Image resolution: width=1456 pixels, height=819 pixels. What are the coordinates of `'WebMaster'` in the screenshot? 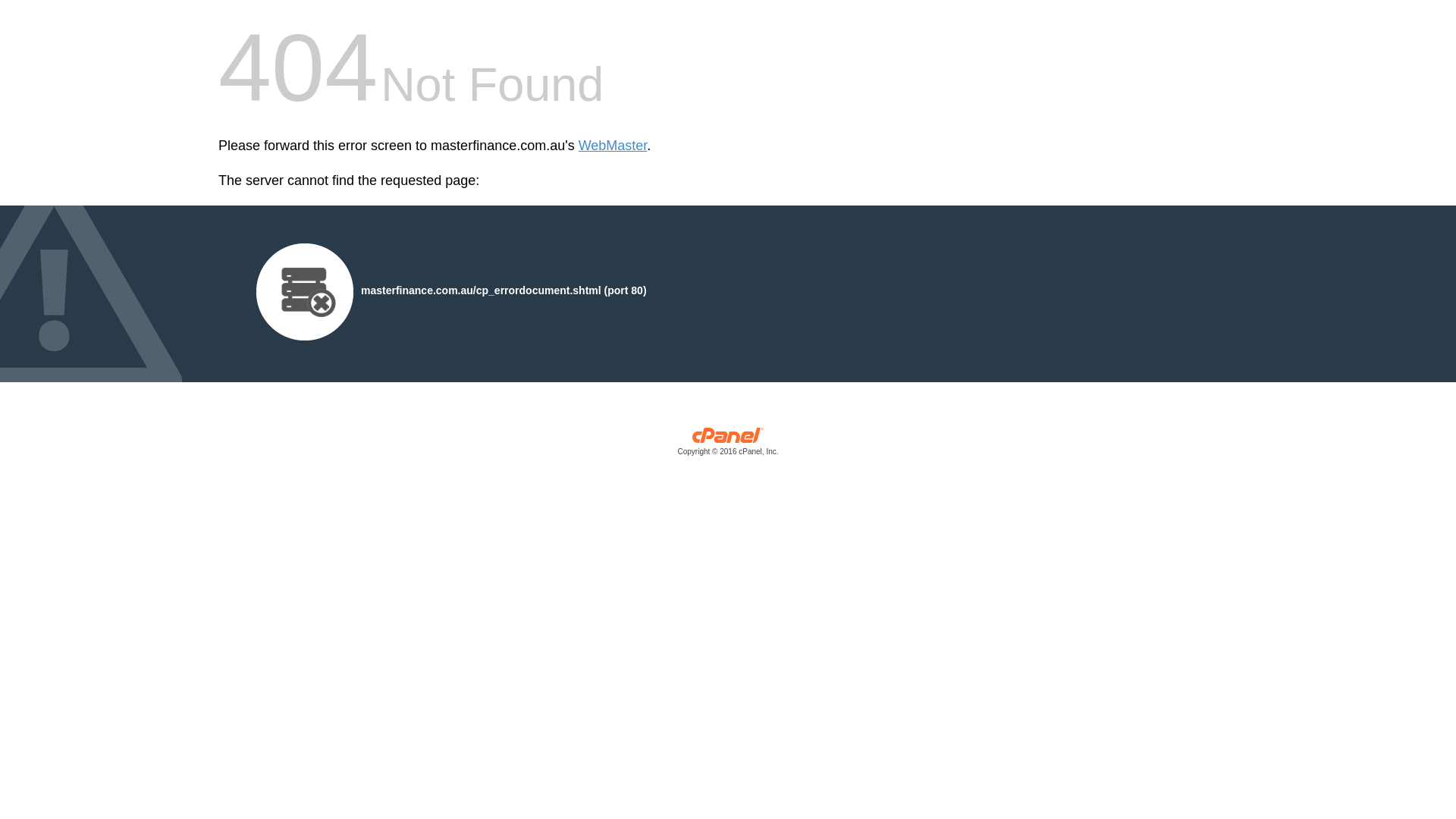 It's located at (613, 146).